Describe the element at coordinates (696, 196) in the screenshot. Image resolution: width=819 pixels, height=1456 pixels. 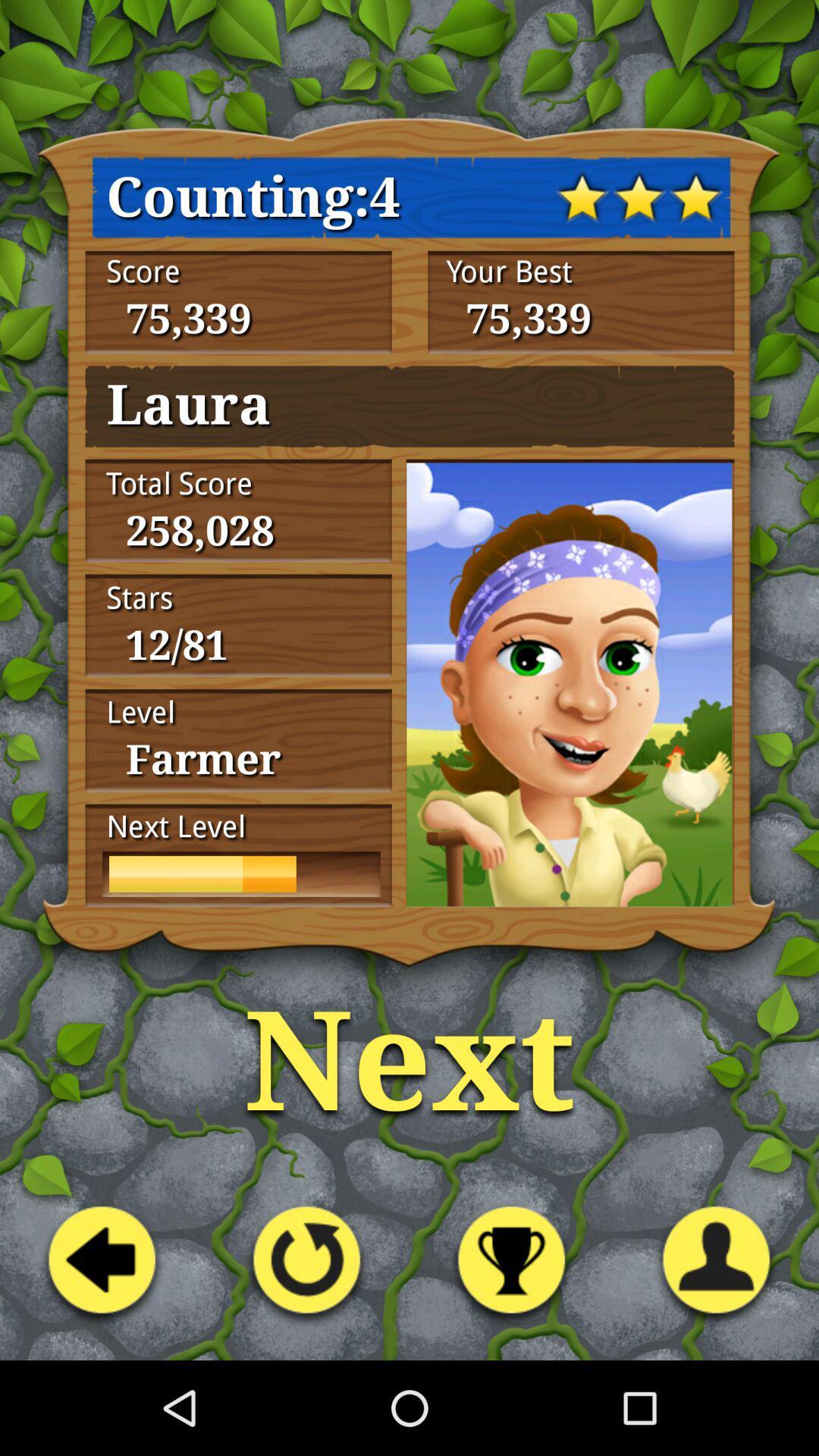
I see `the third star symbol at the top right corner of the page` at that location.